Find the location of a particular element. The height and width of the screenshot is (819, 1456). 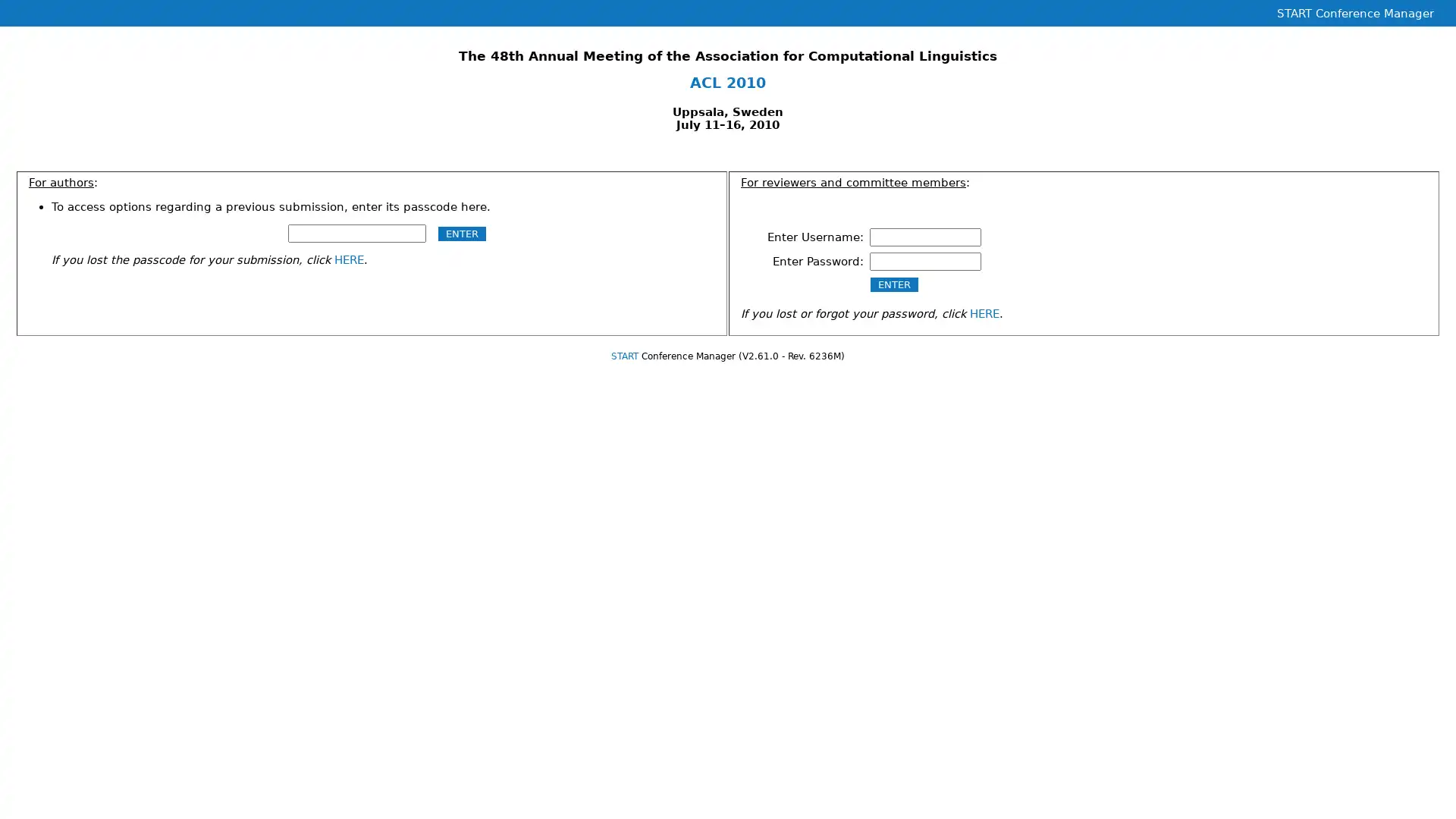

ENTER is located at coordinates (894, 284).